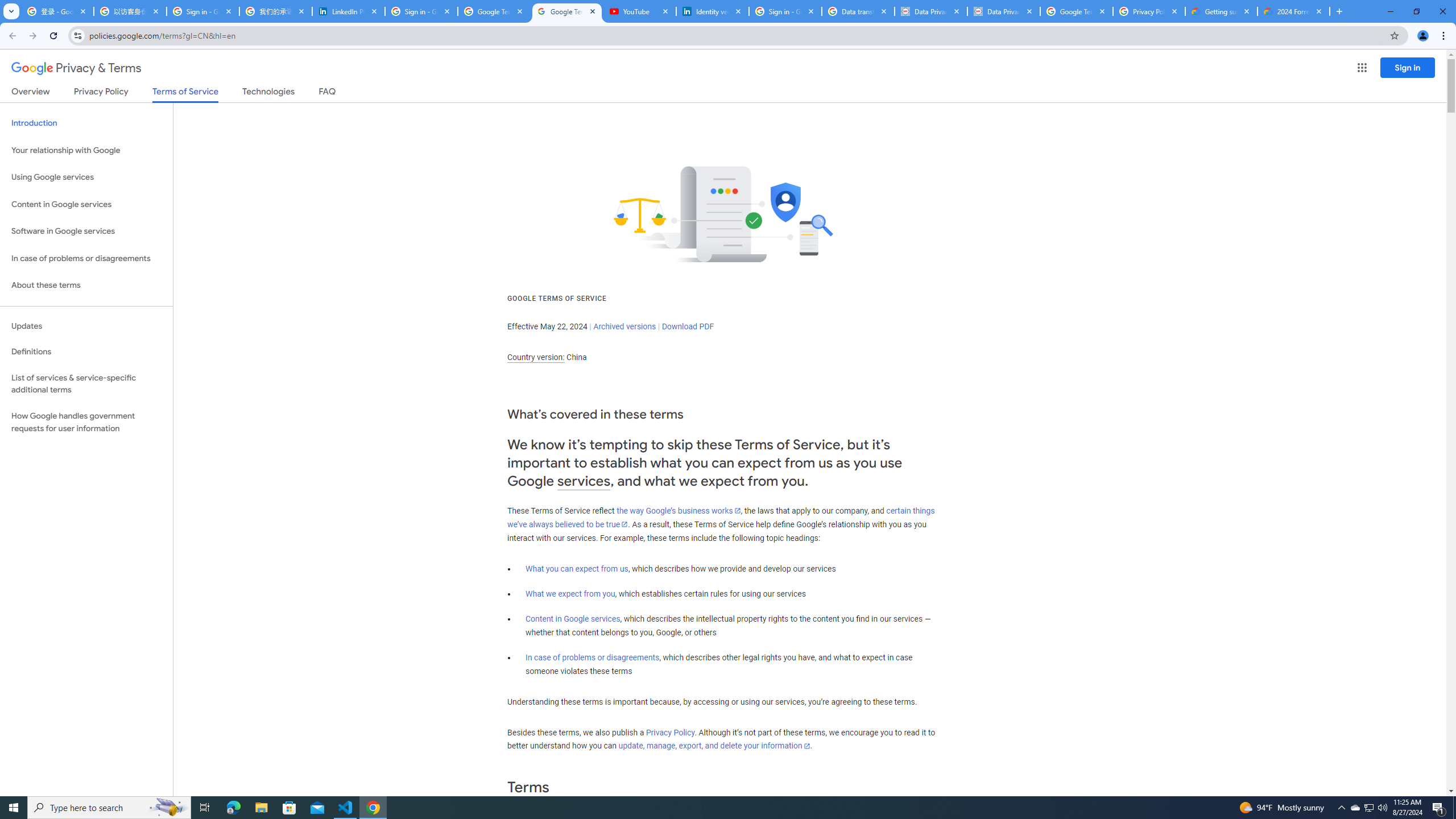  I want to click on 'services', so click(584, 481).